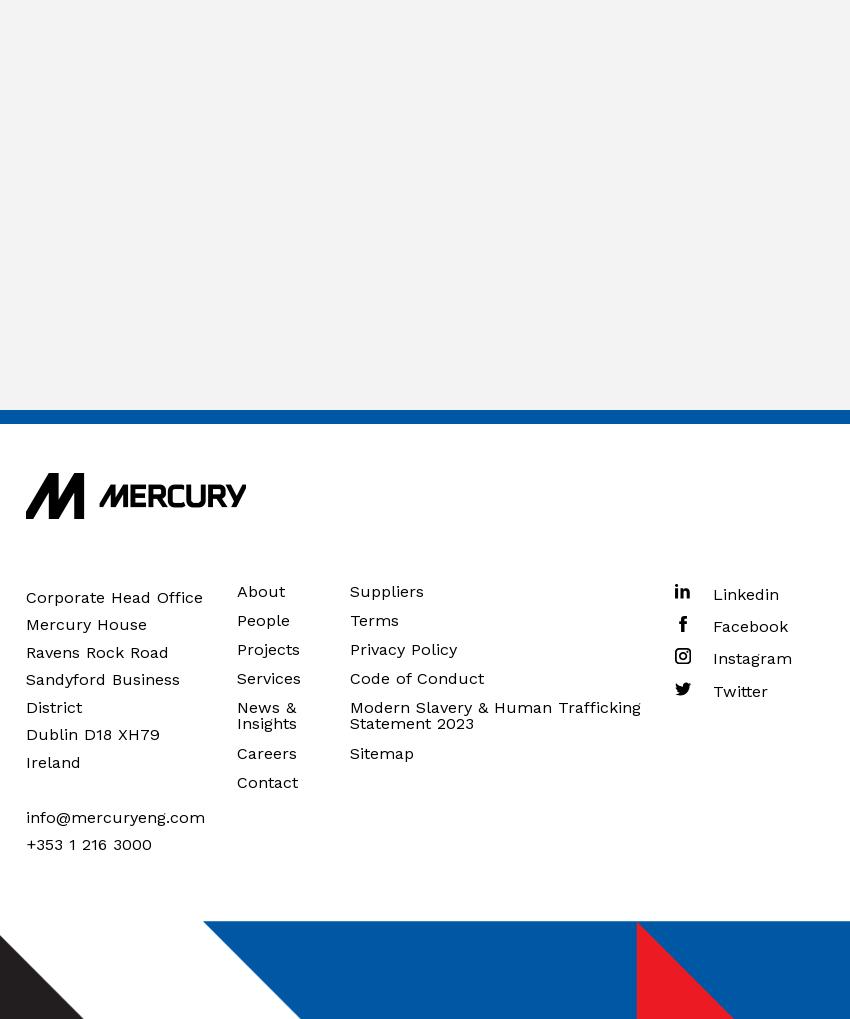  What do you see at coordinates (264, 751) in the screenshot?
I see `'Careers'` at bounding box center [264, 751].